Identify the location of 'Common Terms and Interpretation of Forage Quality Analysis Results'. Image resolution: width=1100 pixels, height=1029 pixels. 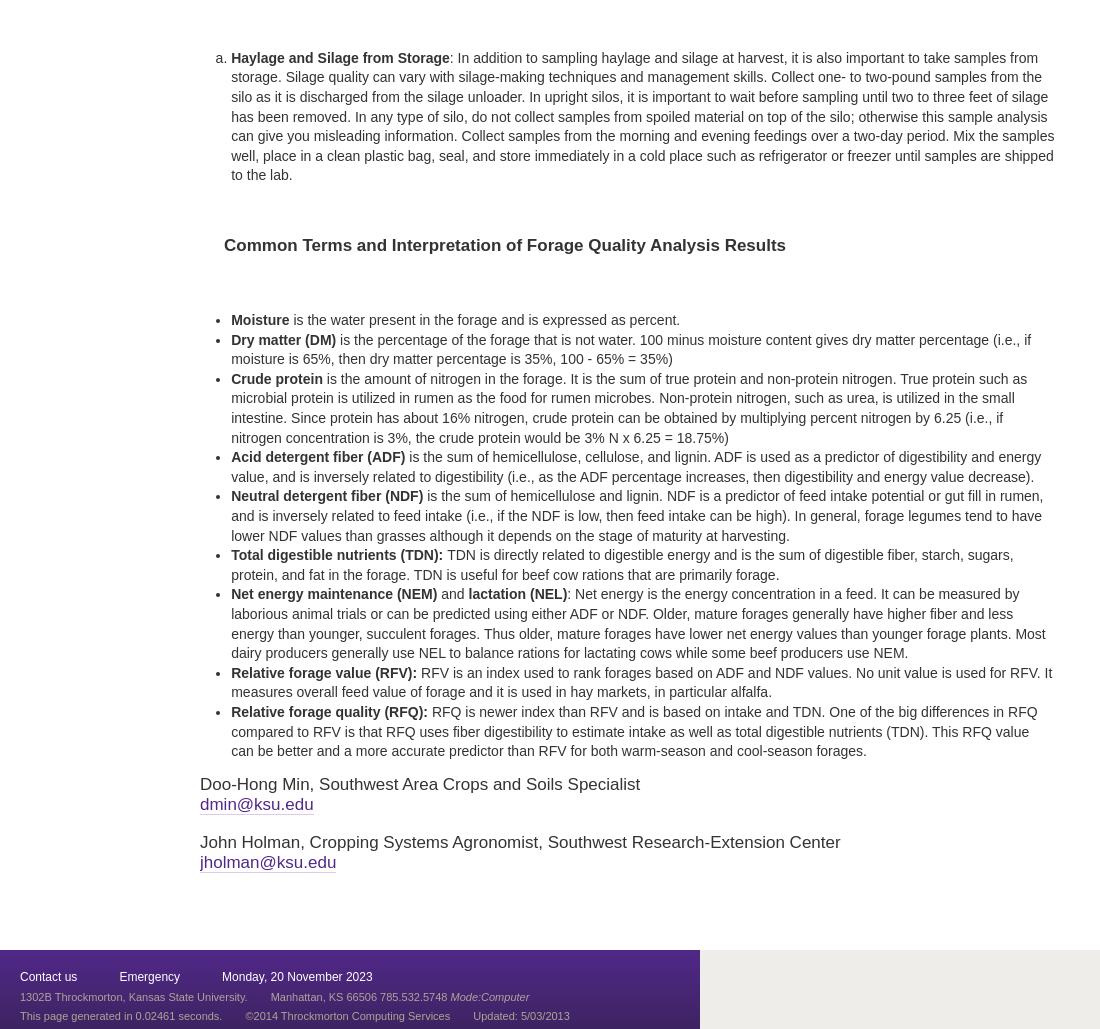
(223, 244).